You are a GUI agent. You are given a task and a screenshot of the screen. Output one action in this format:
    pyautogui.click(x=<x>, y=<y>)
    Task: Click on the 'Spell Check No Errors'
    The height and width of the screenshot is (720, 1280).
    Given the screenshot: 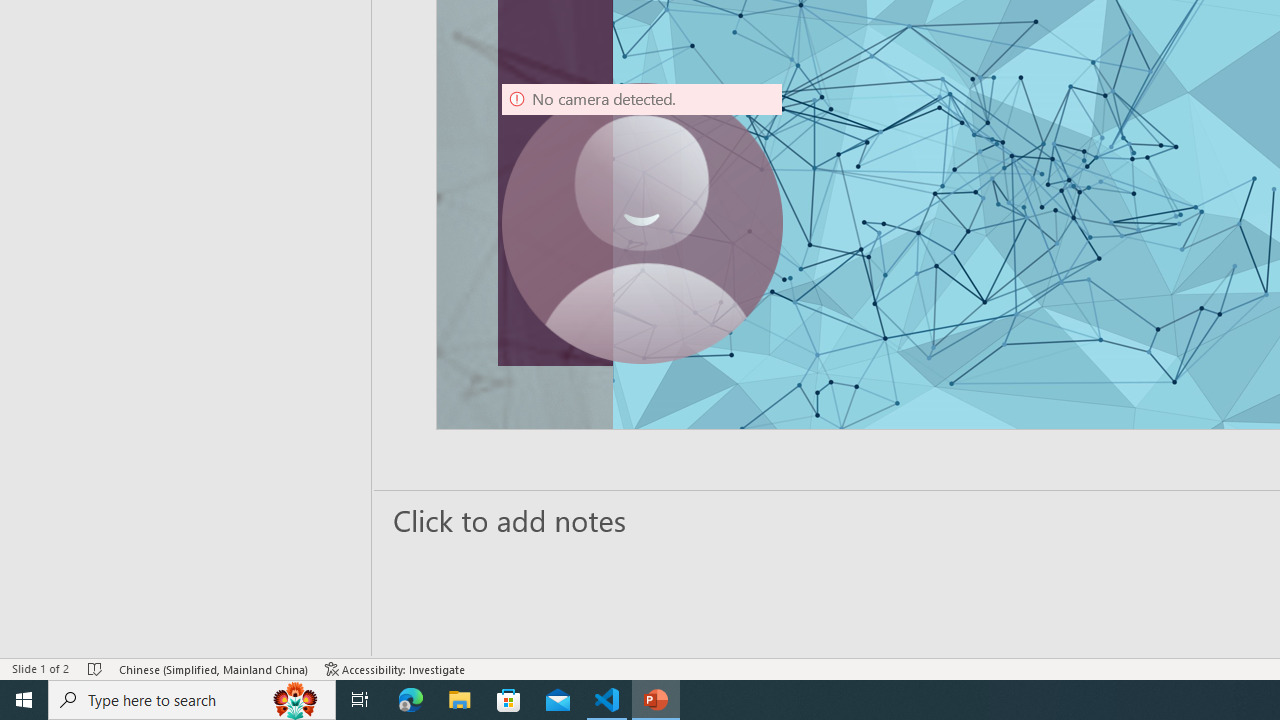 What is the action you would take?
    pyautogui.click(x=95, y=669)
    